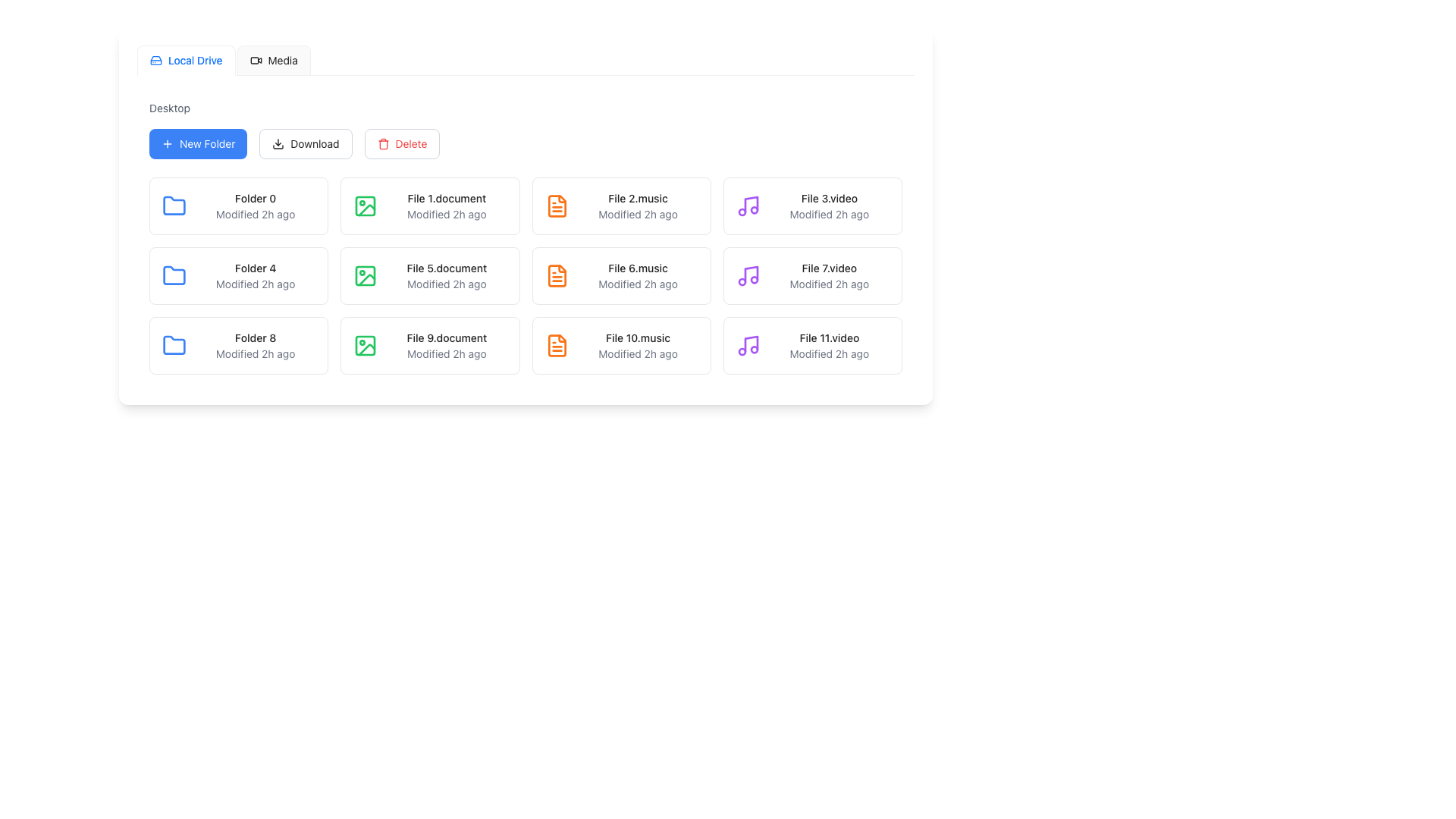 The height and width of the screenshot is (819, 1456). Describe the element at coordinates (556, 206) in the screenshot. I see `other parts of the group associated with the music file icon located in the second row, second column of the grid layout` at that location.